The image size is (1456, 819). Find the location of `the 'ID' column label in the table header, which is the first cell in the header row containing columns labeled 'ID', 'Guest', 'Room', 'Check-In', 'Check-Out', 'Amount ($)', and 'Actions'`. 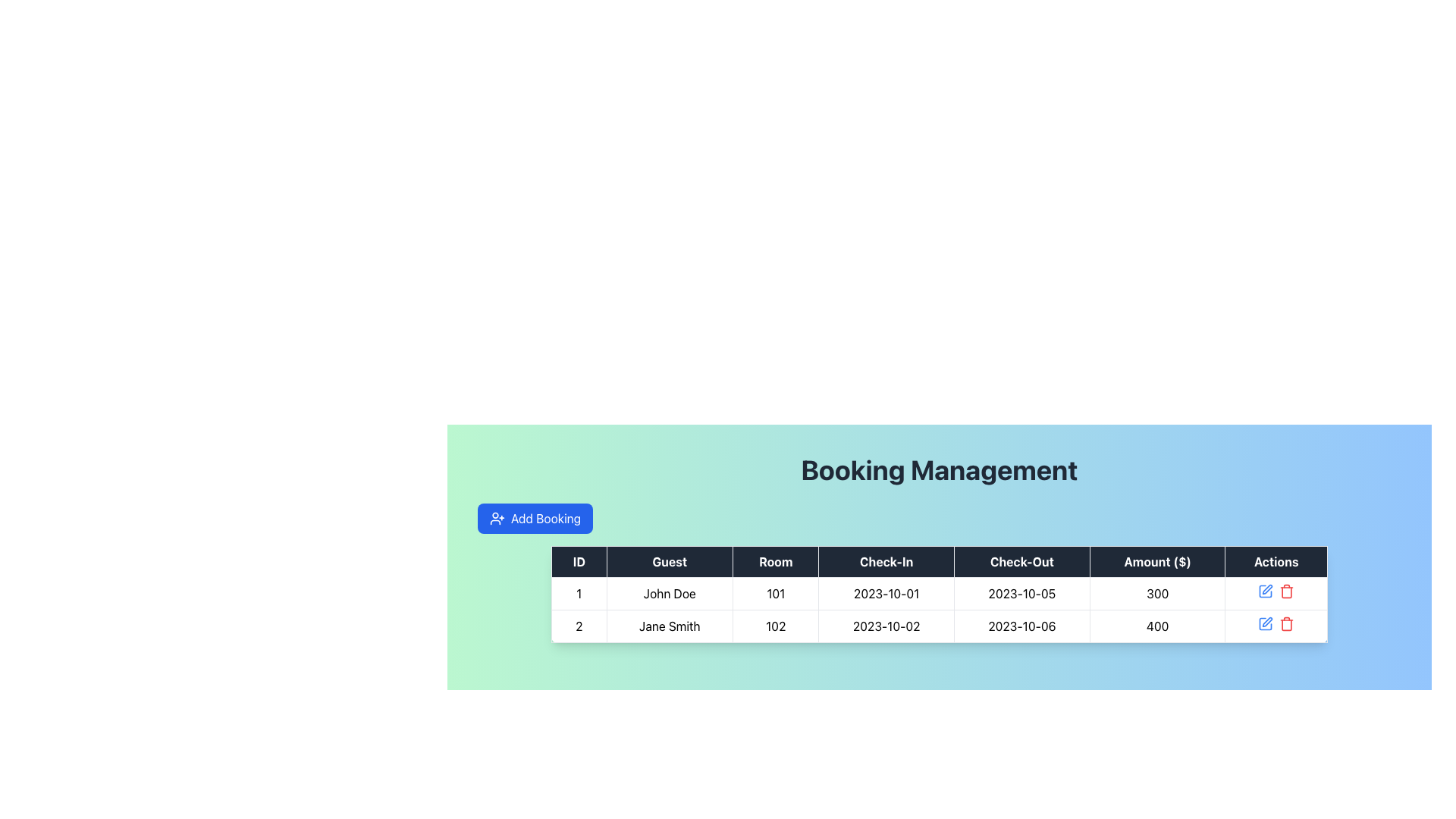

the 'ID' column label in the table header, which is the first cell in the header row containing columns labeled 'ID', 'Guest', 'Room', 'Check-In', 'Check-Out', 'Amount ($)', and 'Actions' is located at coordinates (578, 561).